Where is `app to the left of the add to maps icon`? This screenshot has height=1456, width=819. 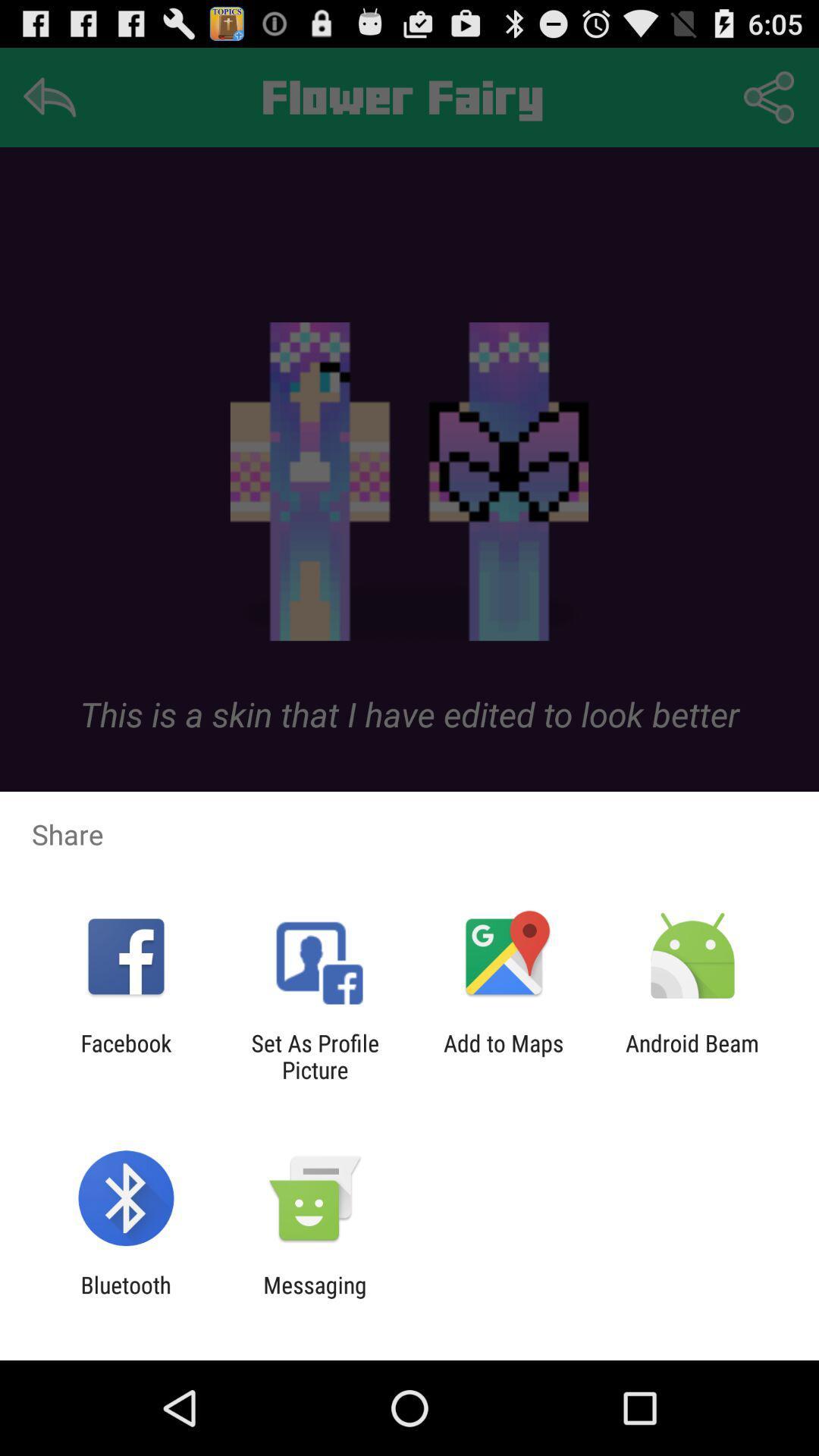
app to the left of the add to maps icon is located at coordinates (314, 1056).